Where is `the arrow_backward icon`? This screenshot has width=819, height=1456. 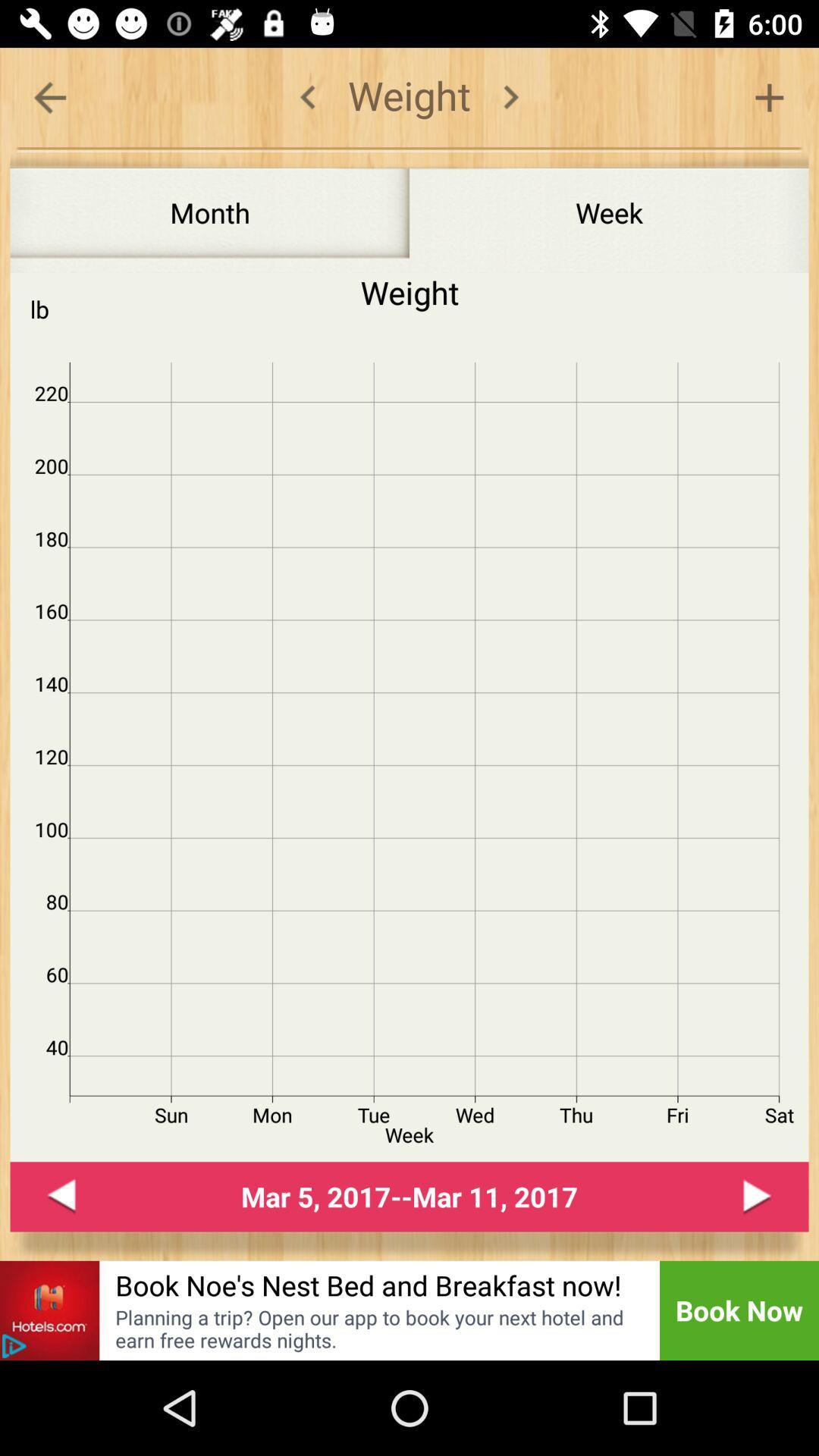 the arrow_backward icon is located at coordinates (307, 96).